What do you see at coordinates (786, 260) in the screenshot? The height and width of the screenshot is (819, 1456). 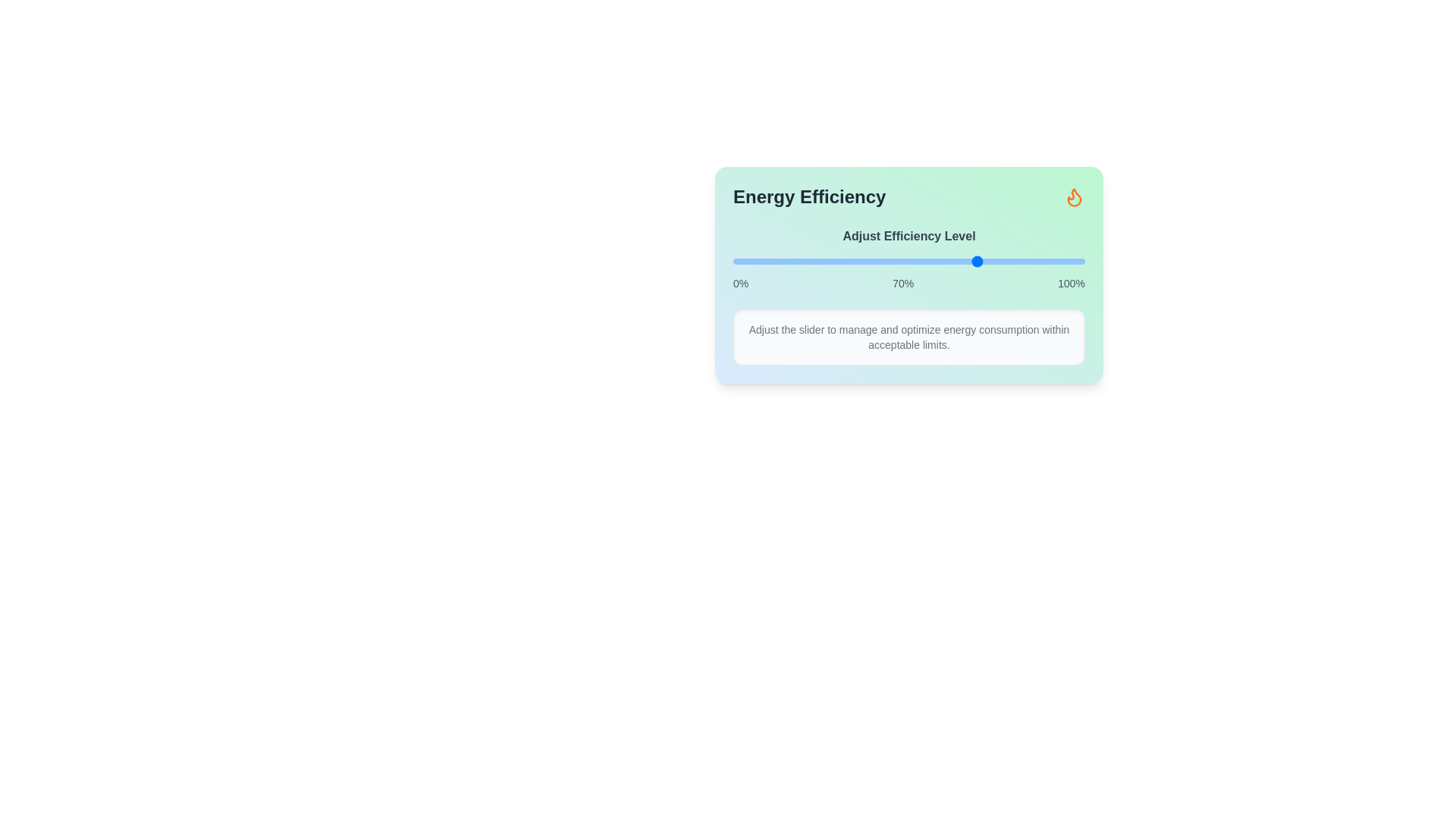 I see `the energy efficiency level to 15% by interacting with the slider` at bounding box center [786, 260].